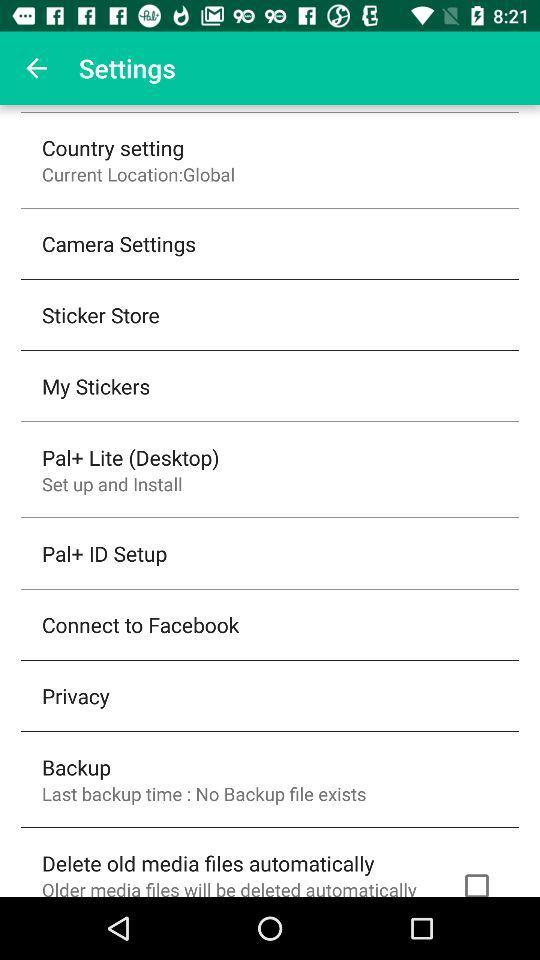  Describe the element at coordinates (203, 793) in the screenshot. I see `the icon above the delete old media icon` at that location.